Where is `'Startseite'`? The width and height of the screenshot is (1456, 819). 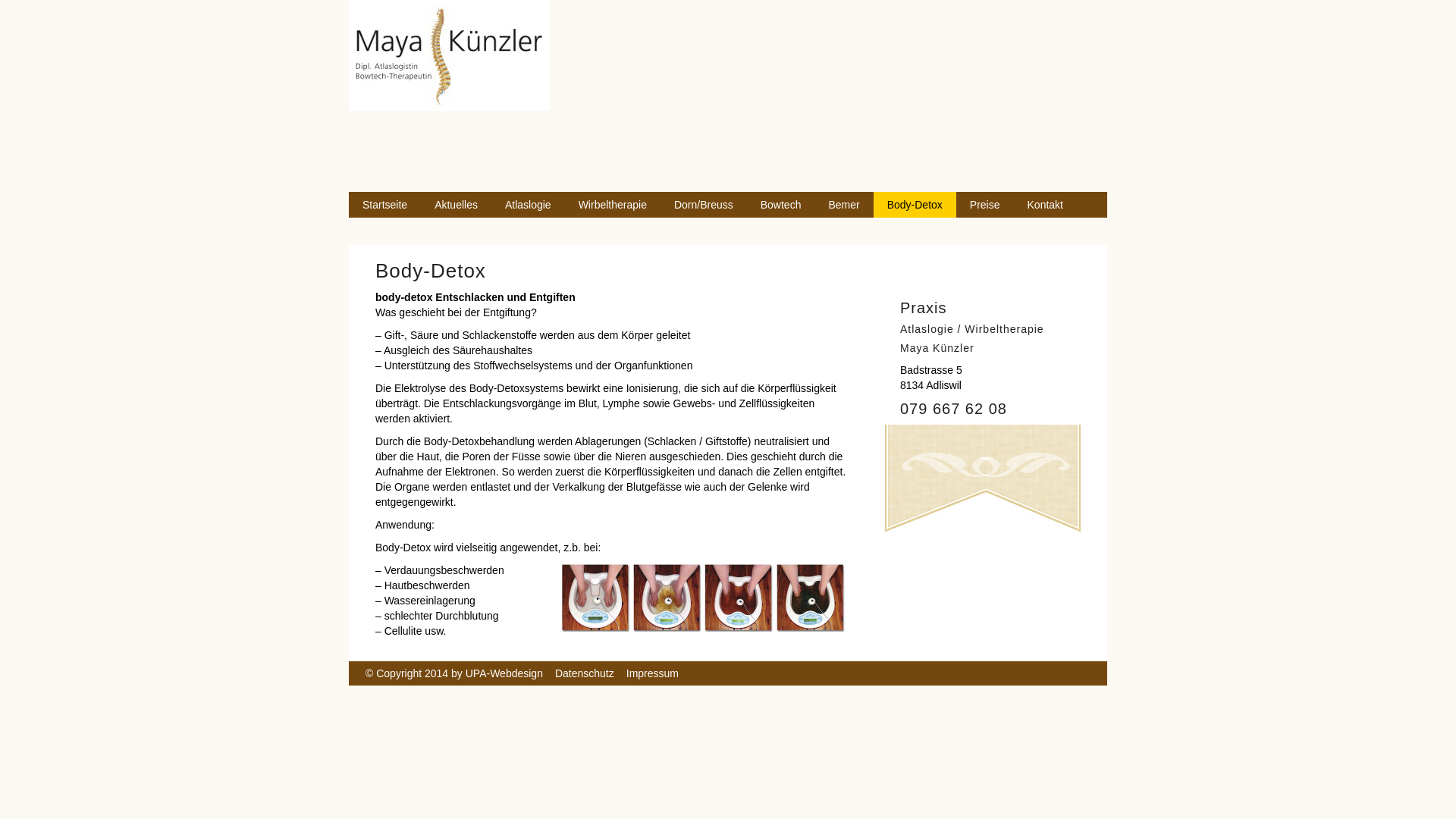
'Startseite' is located at coordinates (348, 205).